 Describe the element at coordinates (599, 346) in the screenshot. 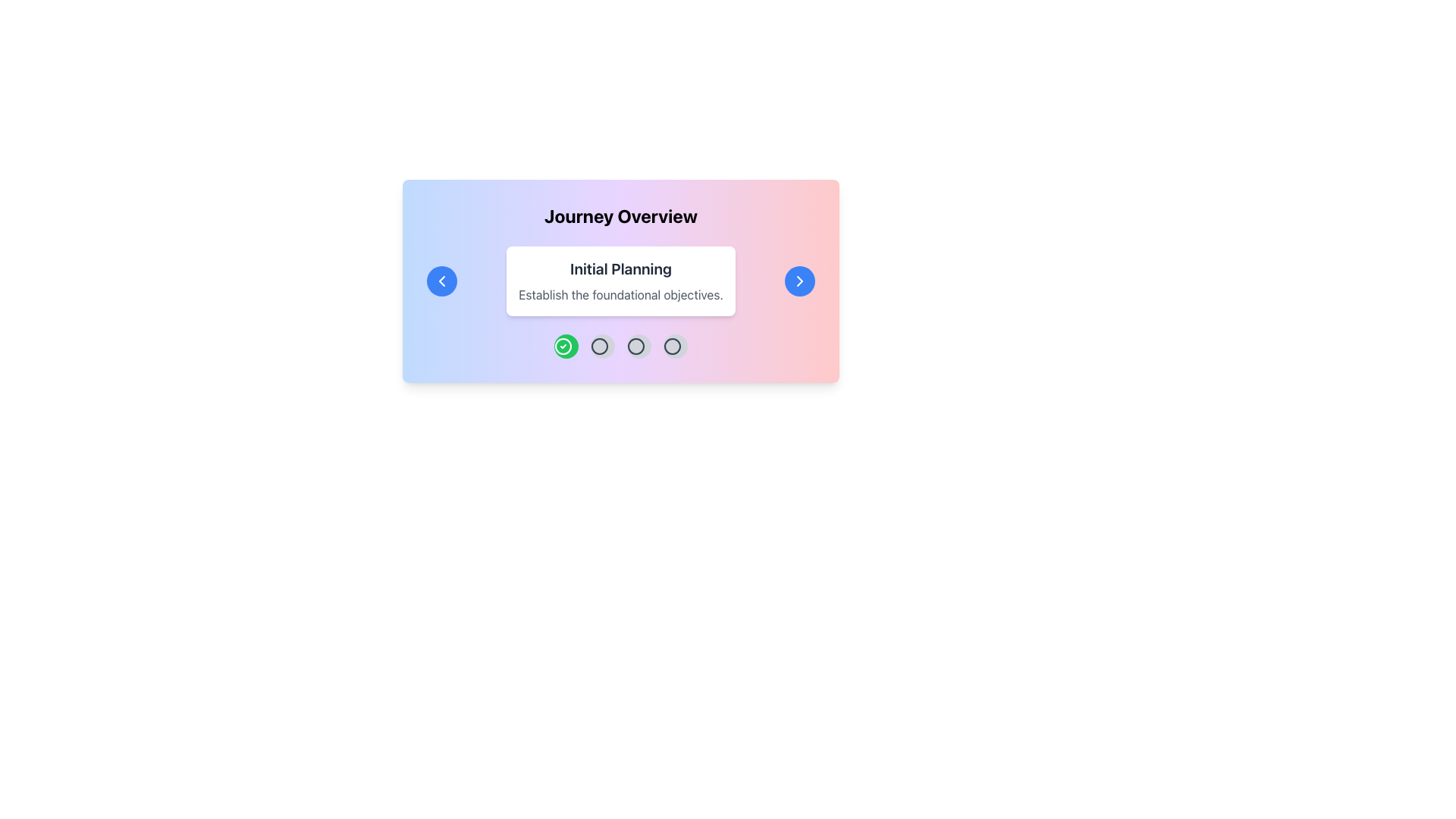

I see `the circular button or icon located below the text 'Initial Planning', which is the second element from the left in a row of four circular icons` at that location.